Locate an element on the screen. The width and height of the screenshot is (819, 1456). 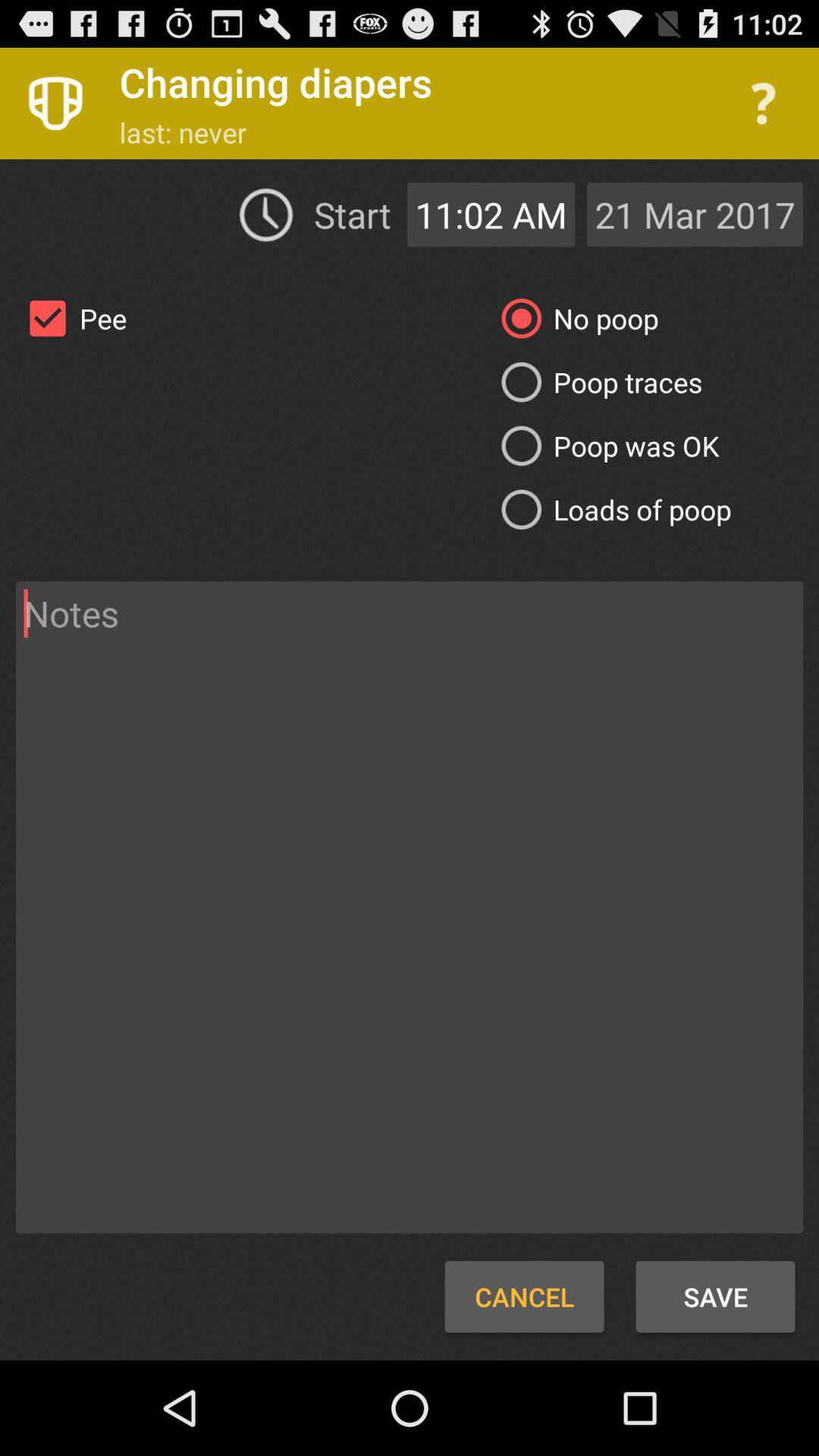
the item to the right of pee item is located at coordinates (595, 382).